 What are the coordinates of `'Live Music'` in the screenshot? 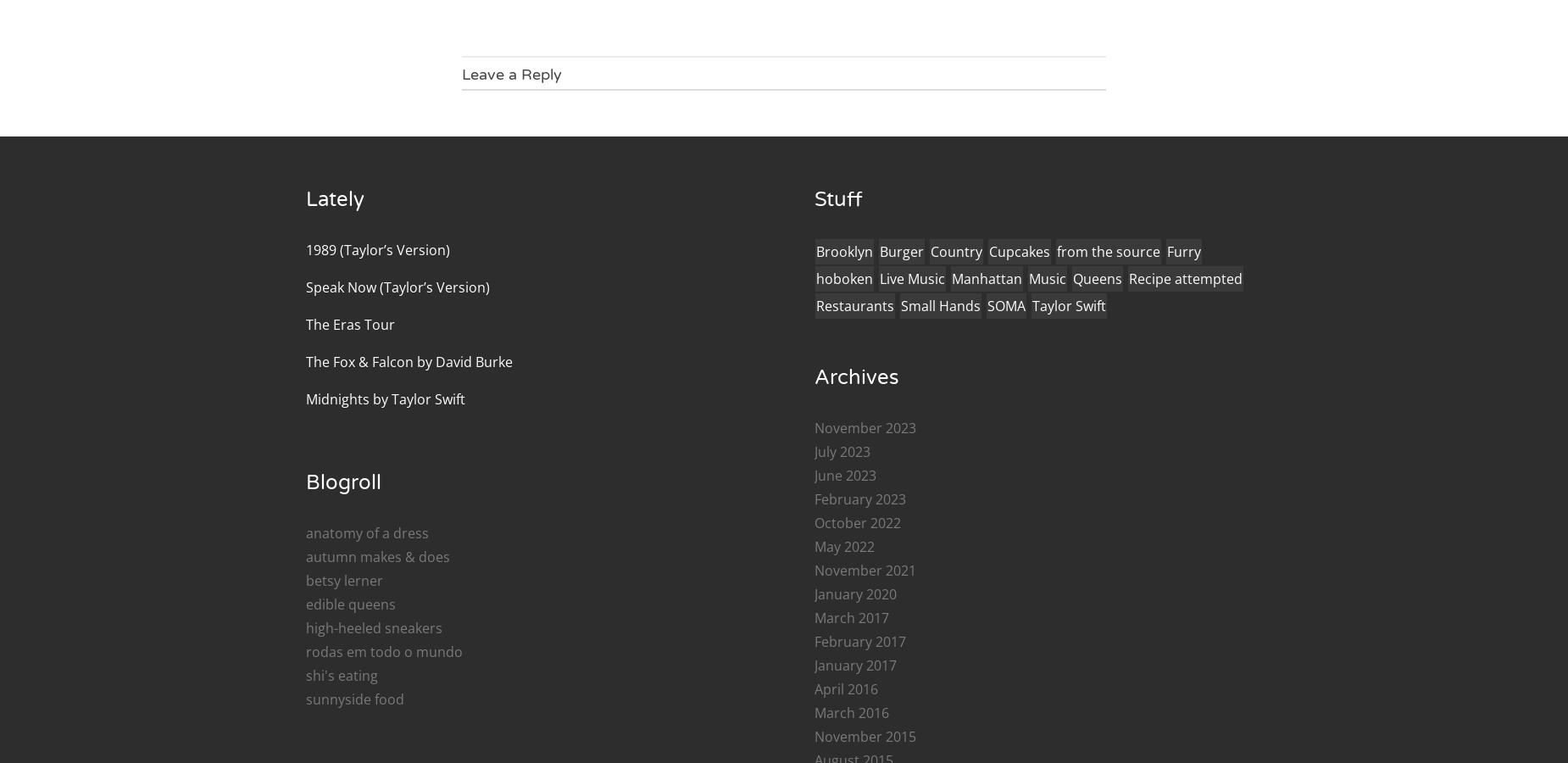 It's located at (911, 276).